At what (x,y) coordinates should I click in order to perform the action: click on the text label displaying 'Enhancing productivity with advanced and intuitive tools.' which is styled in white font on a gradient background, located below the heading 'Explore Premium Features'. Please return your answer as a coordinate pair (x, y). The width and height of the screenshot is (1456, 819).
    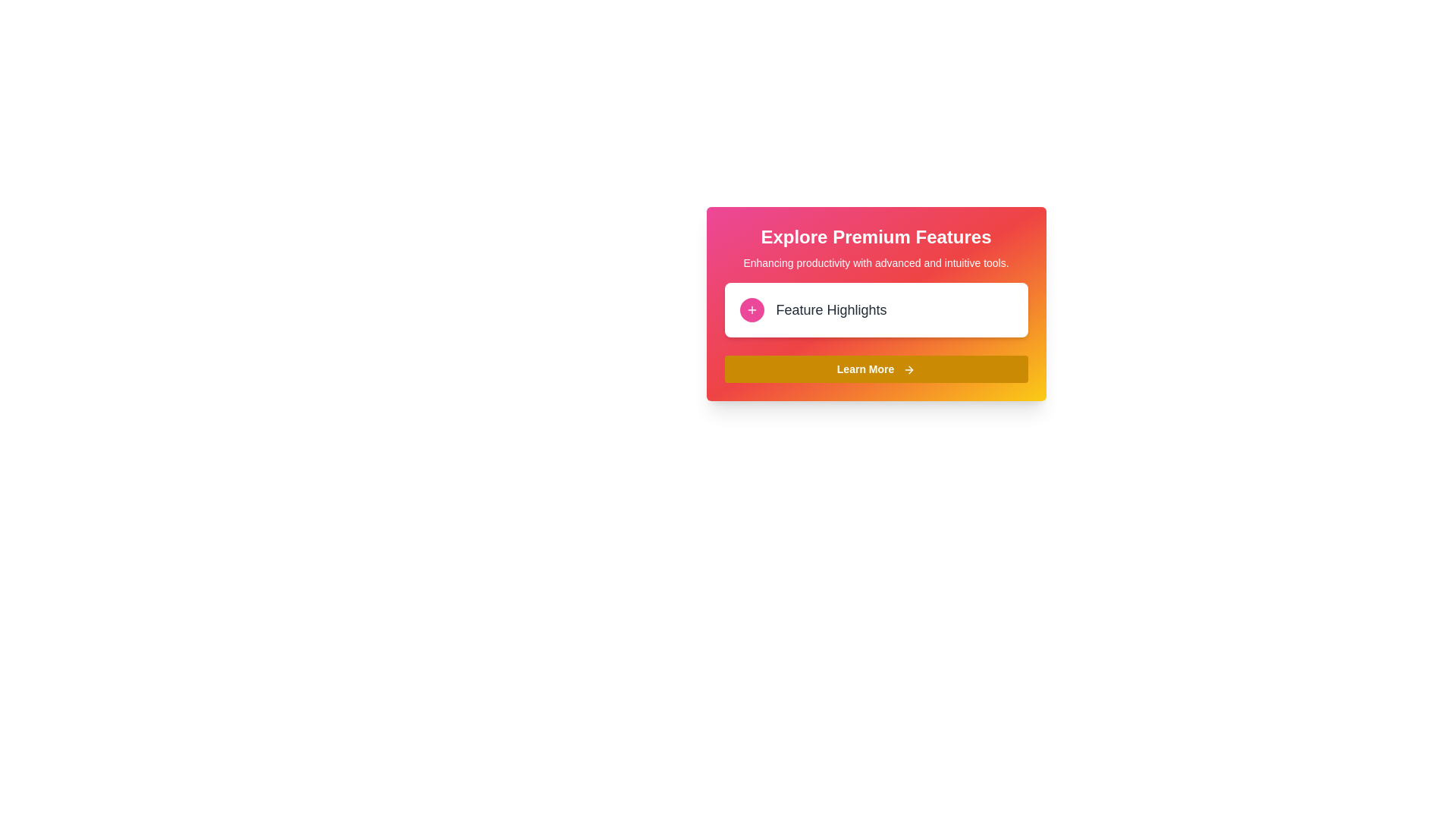
    Looking at the image, I should click on (876, 262).